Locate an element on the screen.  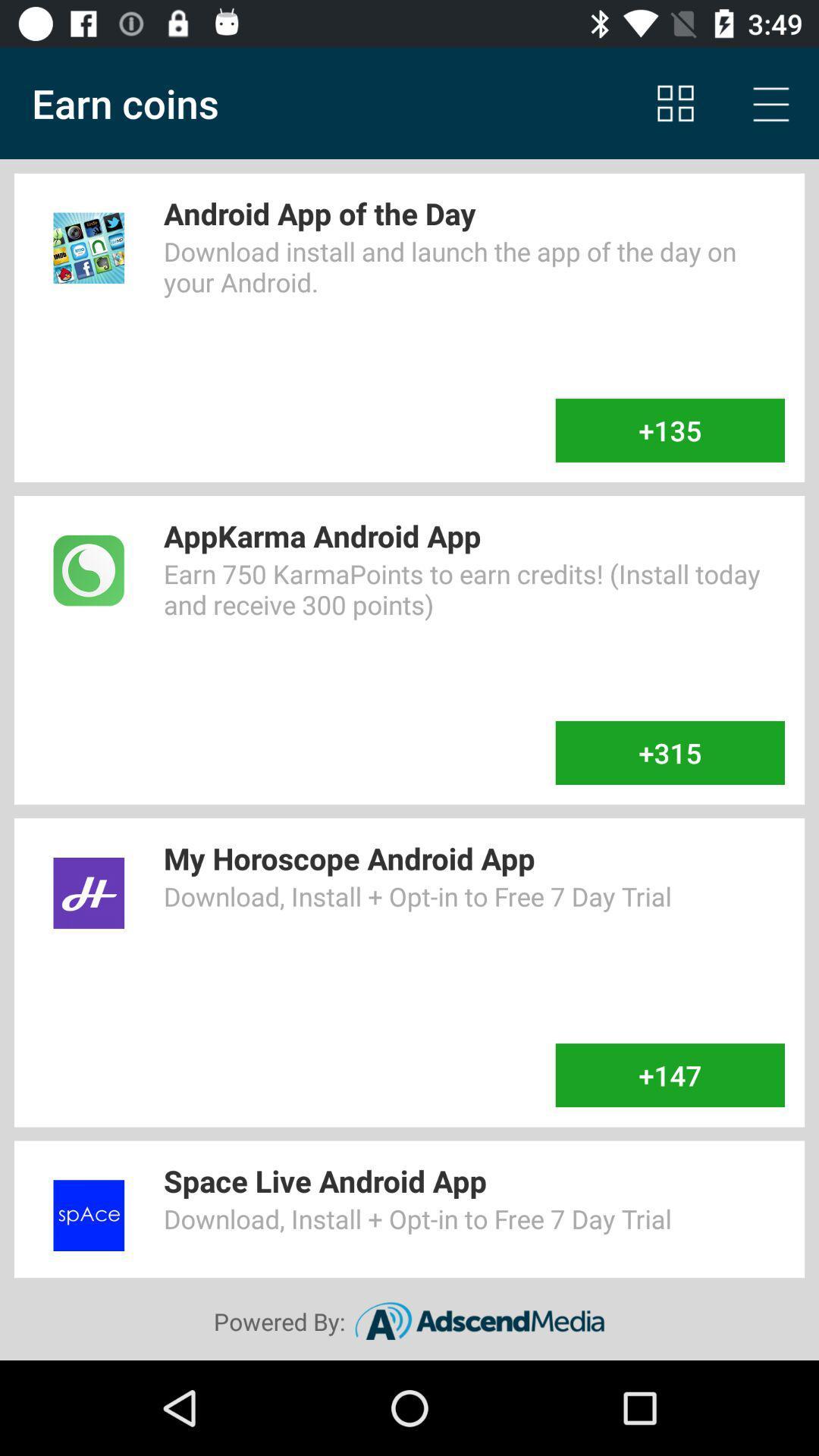
the +315 item is located at coordinates (669, 753).